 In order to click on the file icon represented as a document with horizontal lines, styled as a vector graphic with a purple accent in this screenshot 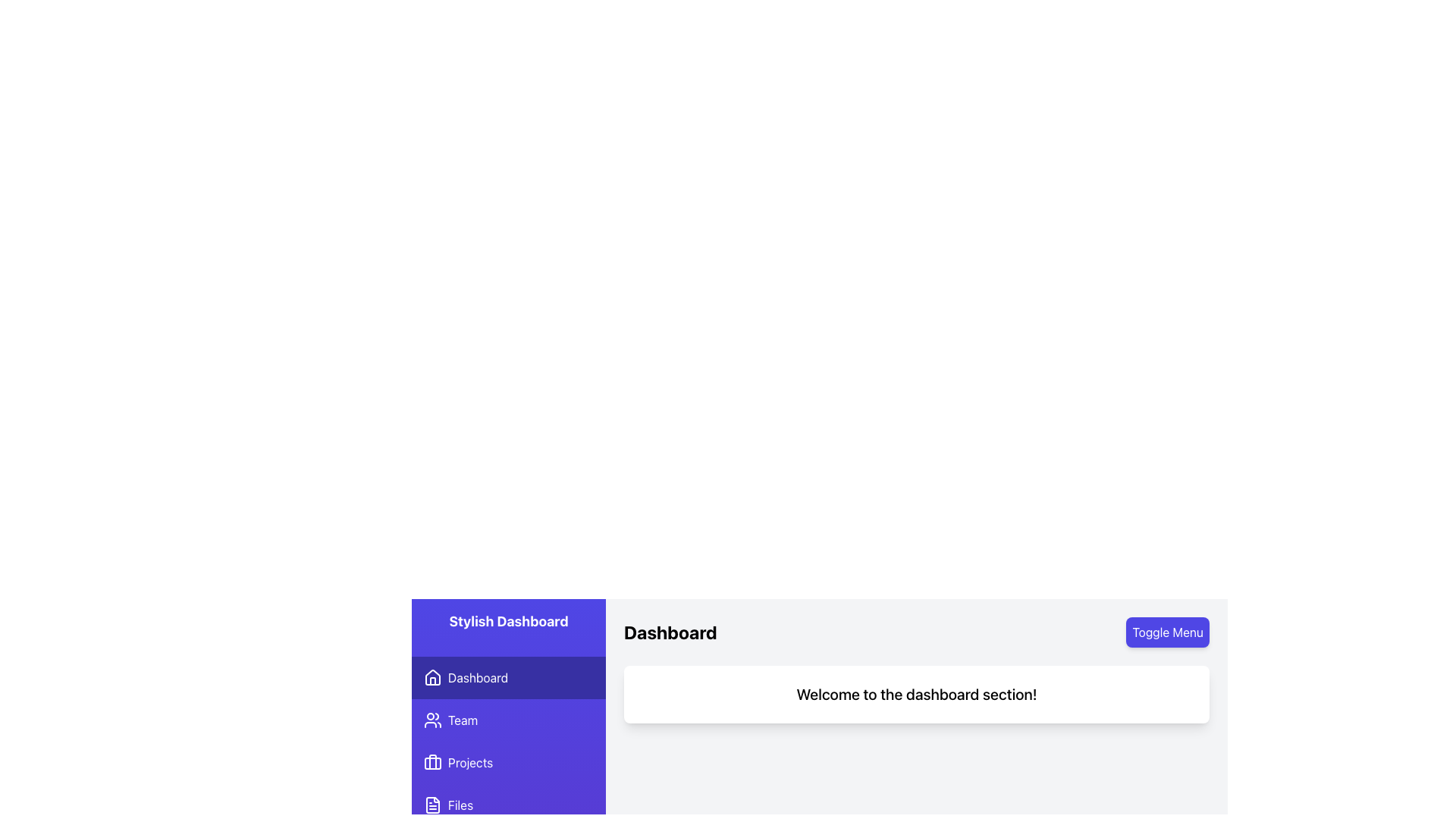, I will do `click(432, 804)`.